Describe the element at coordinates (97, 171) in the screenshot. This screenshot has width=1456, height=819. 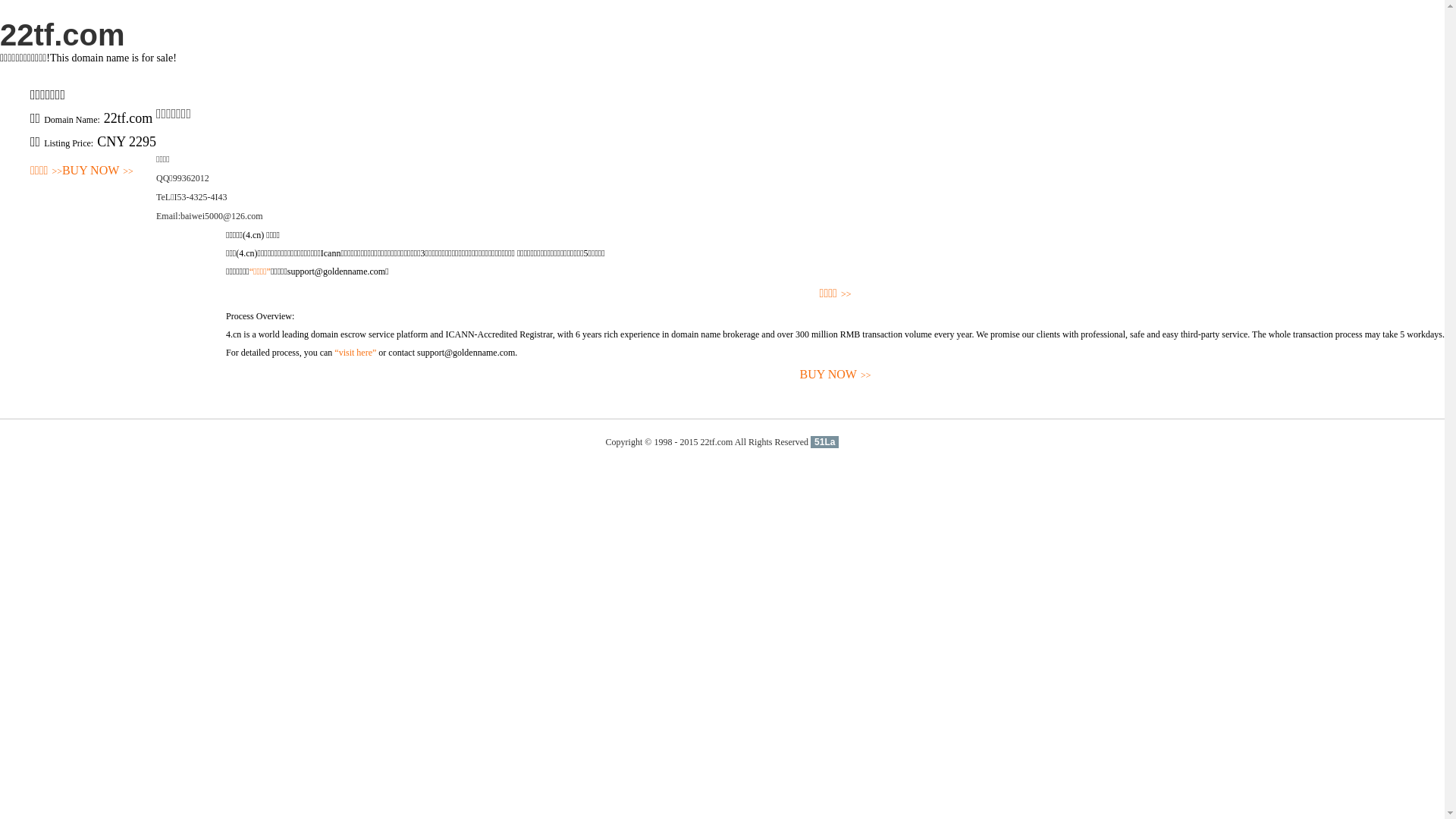
I see `'BUY NOW>>'` at that location.